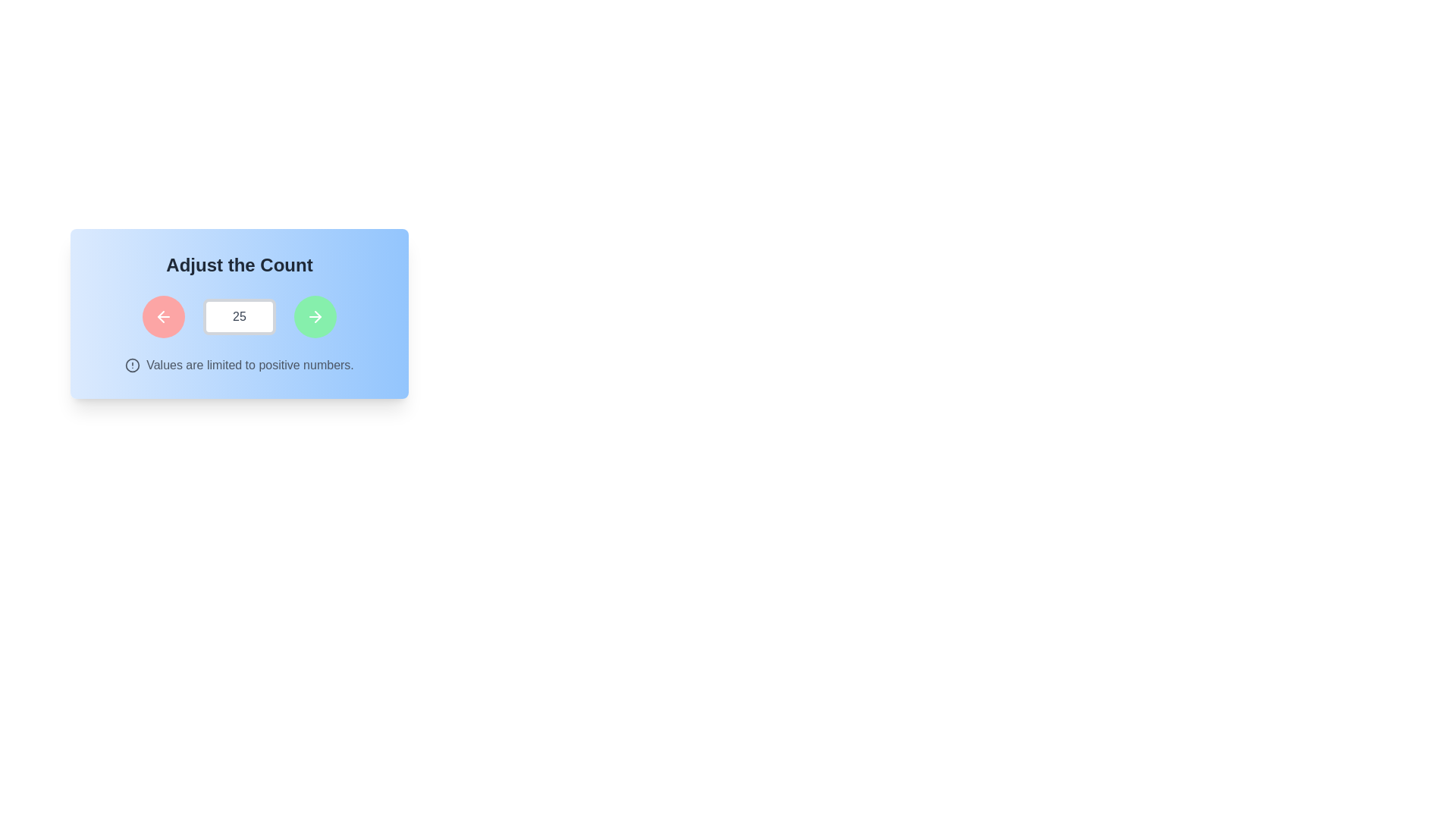 The height and width of the screenshot is (819, 1456). I want to click on the right-pointing arrowhead within the SVG icon that indicates an increase or forward movement, located to the right of the numeric input field, so click(317, 315).